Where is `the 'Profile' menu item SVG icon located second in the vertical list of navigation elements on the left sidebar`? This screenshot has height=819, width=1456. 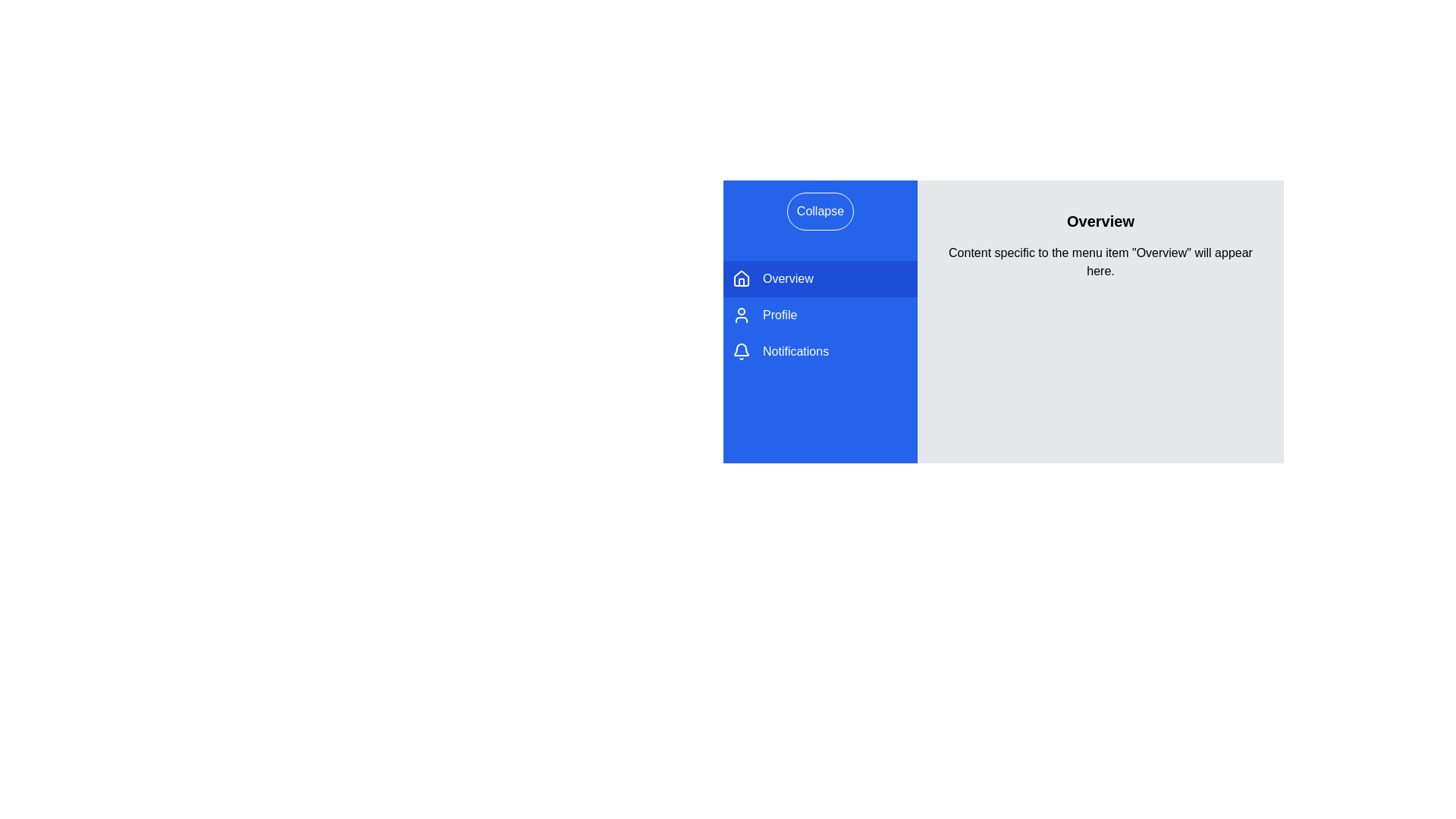
the 'Profile' menu item SVG icon located second in the vertical list of navigation elements on the left sidebar is located at coordinates (742, 315).